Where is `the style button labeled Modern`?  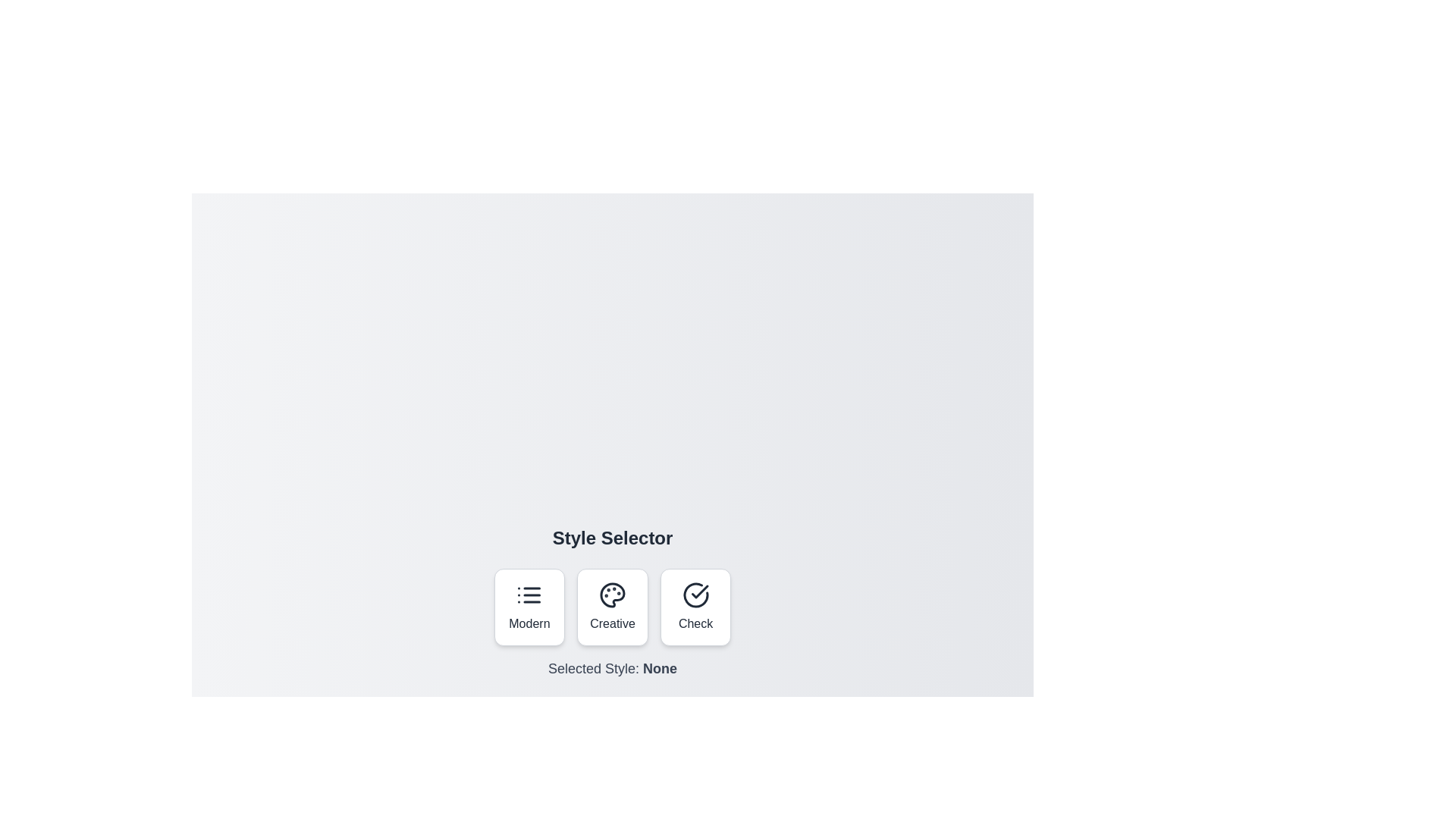 the style button labeled Modern is located at coordinates (529, 607).